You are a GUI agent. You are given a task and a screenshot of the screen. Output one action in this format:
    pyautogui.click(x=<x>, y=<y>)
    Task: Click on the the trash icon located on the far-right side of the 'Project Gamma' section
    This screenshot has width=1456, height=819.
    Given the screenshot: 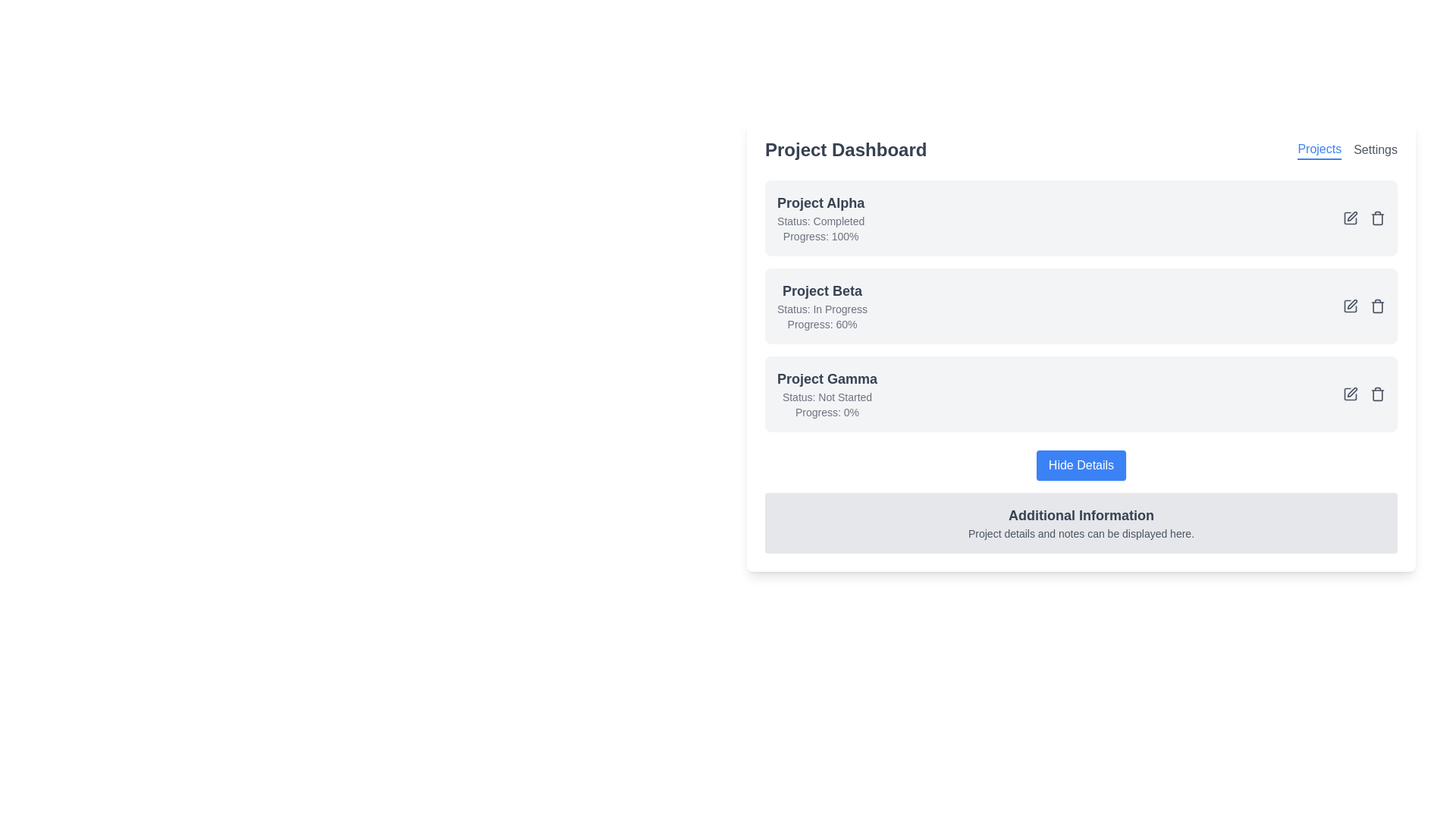 What is the action you would take?
    pyautogui.click(x=1378, y=394)
    